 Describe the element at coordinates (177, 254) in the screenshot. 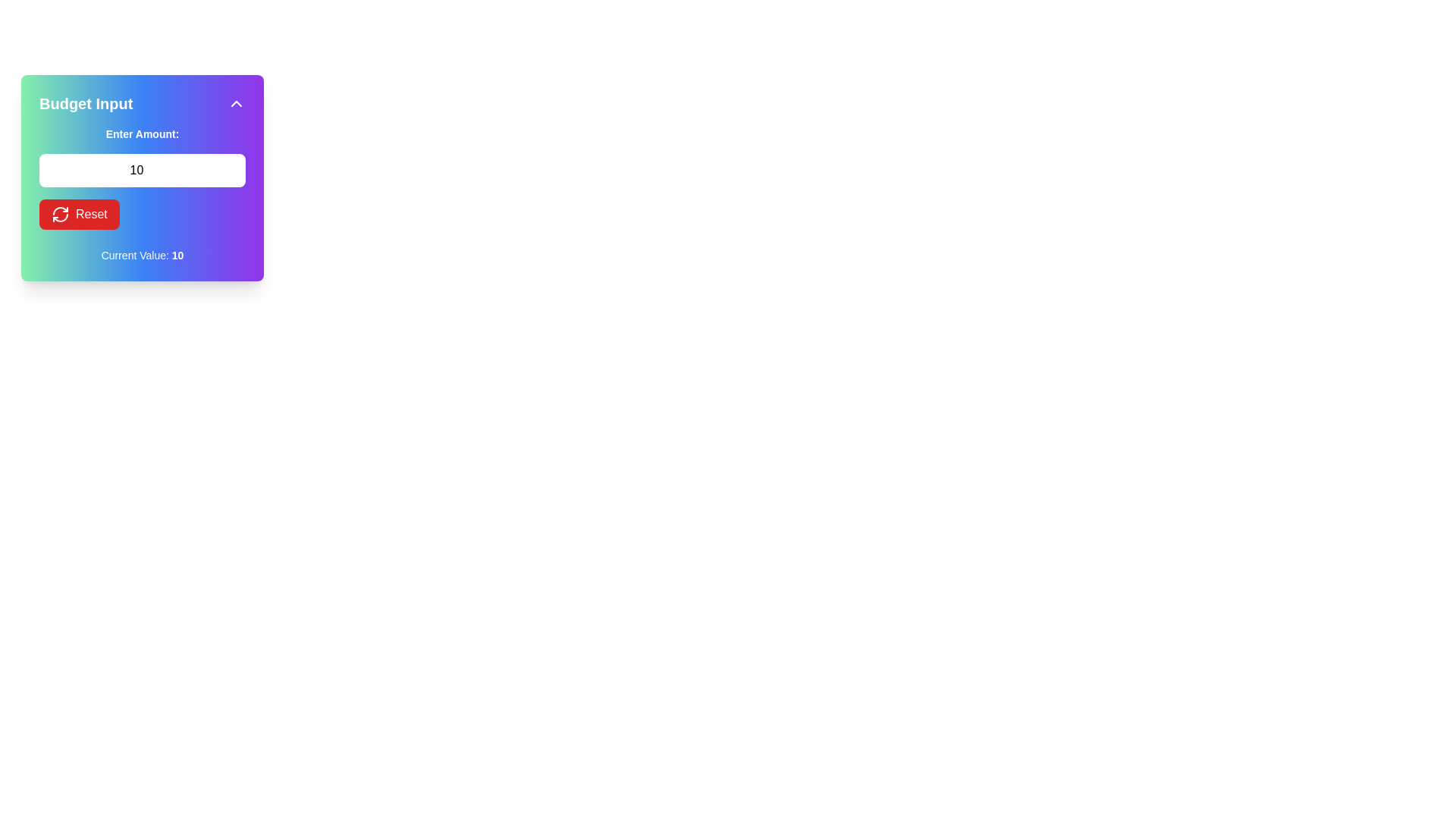

I see `the text label displaying the number '10' in bold within the 'Budget Input' card` at that location.